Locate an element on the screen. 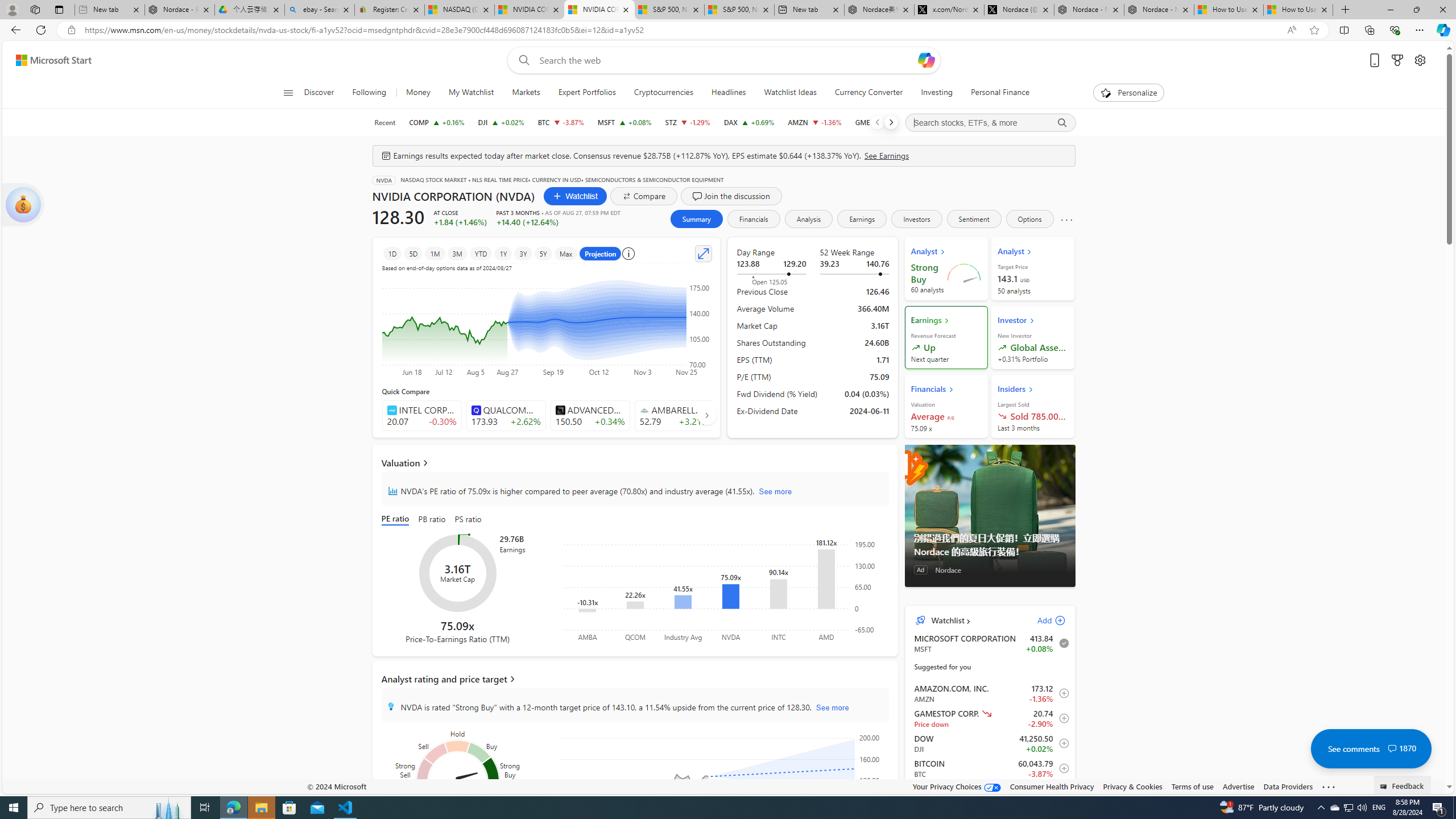 The width and height of the screenshot is (1456, 819). 'Analysis' is located at coordinates (809, 218).